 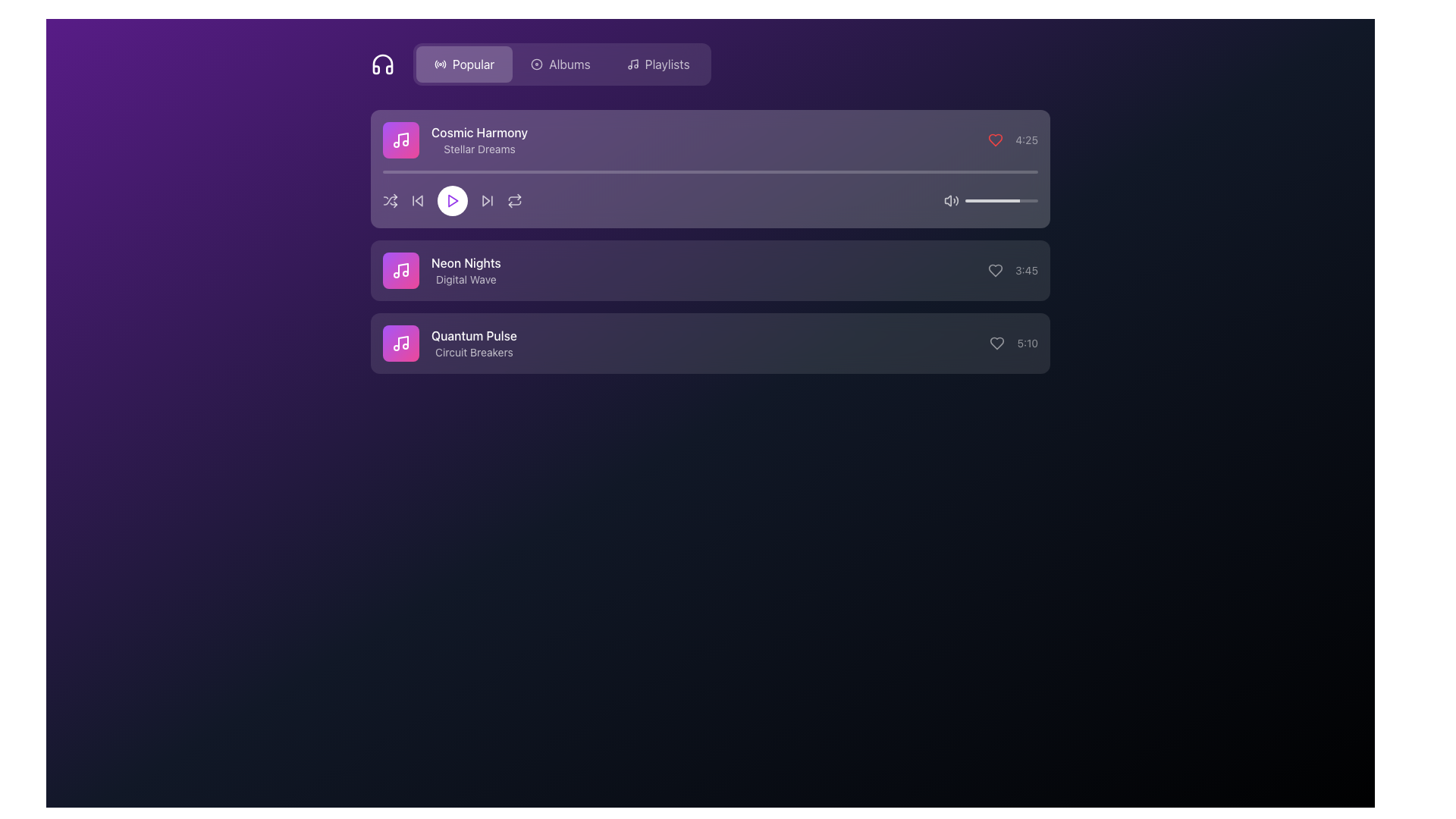 I want to click on the heart-shaped like button located to the far left of the text displaying '3:45' in the second section of the music tracks list, so click(x=996, y=270).